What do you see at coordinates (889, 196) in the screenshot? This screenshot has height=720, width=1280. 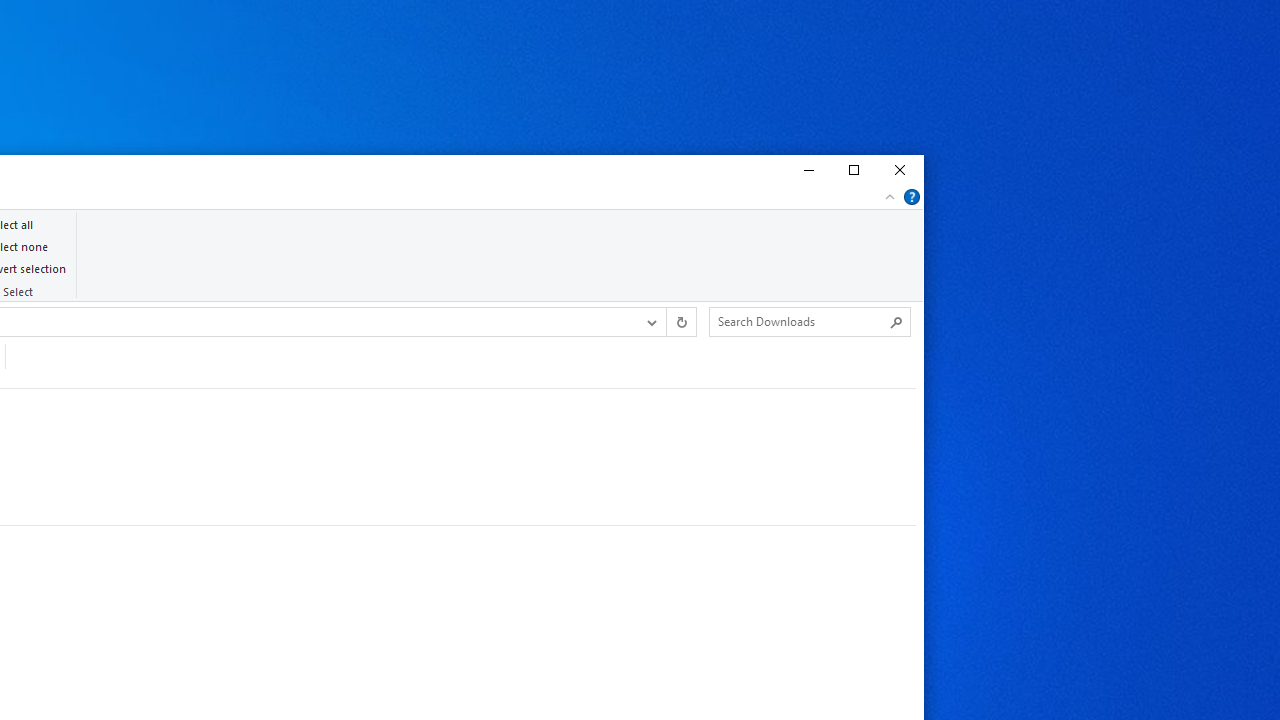 I see `'Minimize the Ribbon'` at bounding box center [889, 196].